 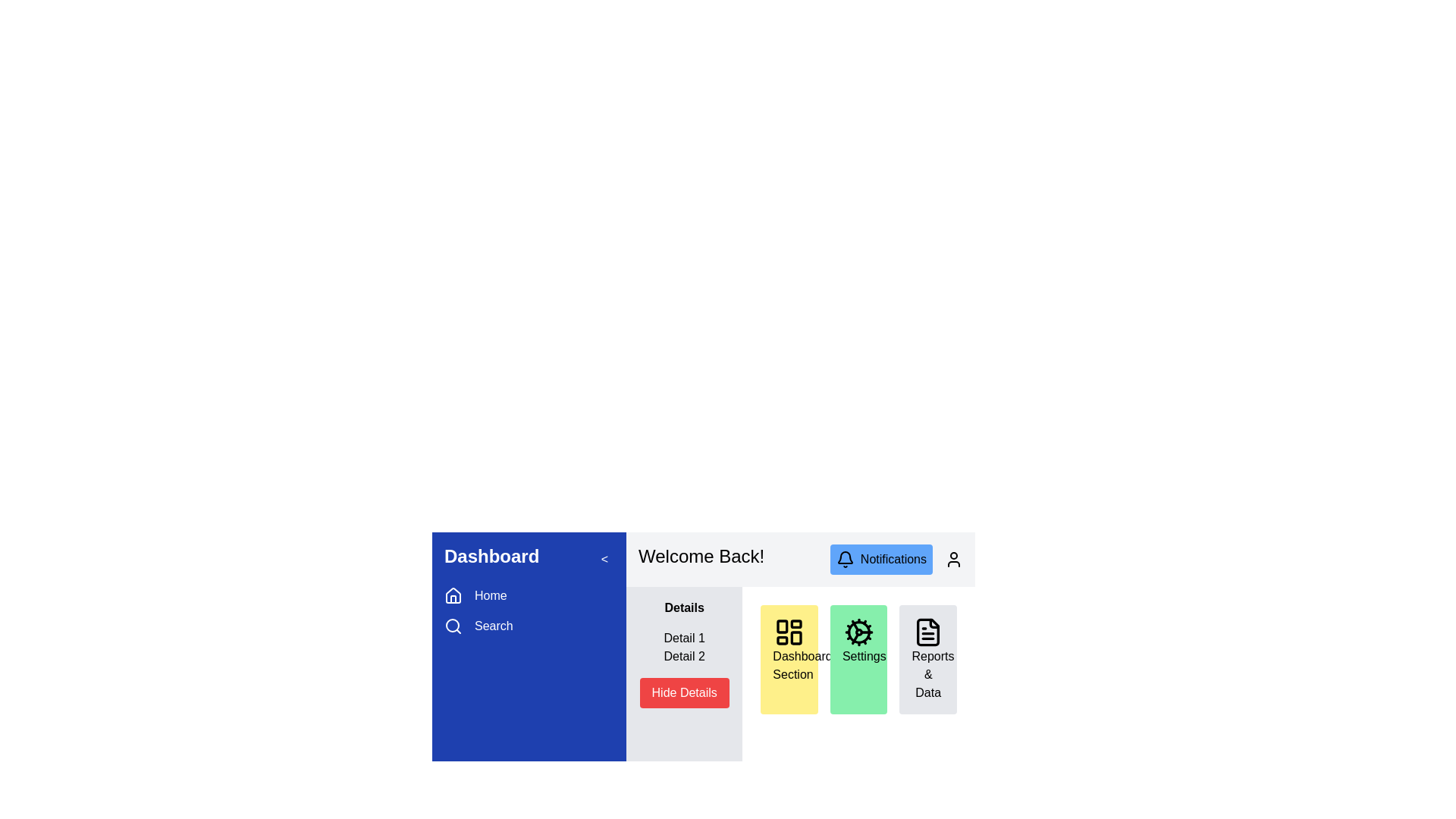 I want to click on the 'Detail 2' label located in the second row of the 'Details' section, so click(x=683, y=656).